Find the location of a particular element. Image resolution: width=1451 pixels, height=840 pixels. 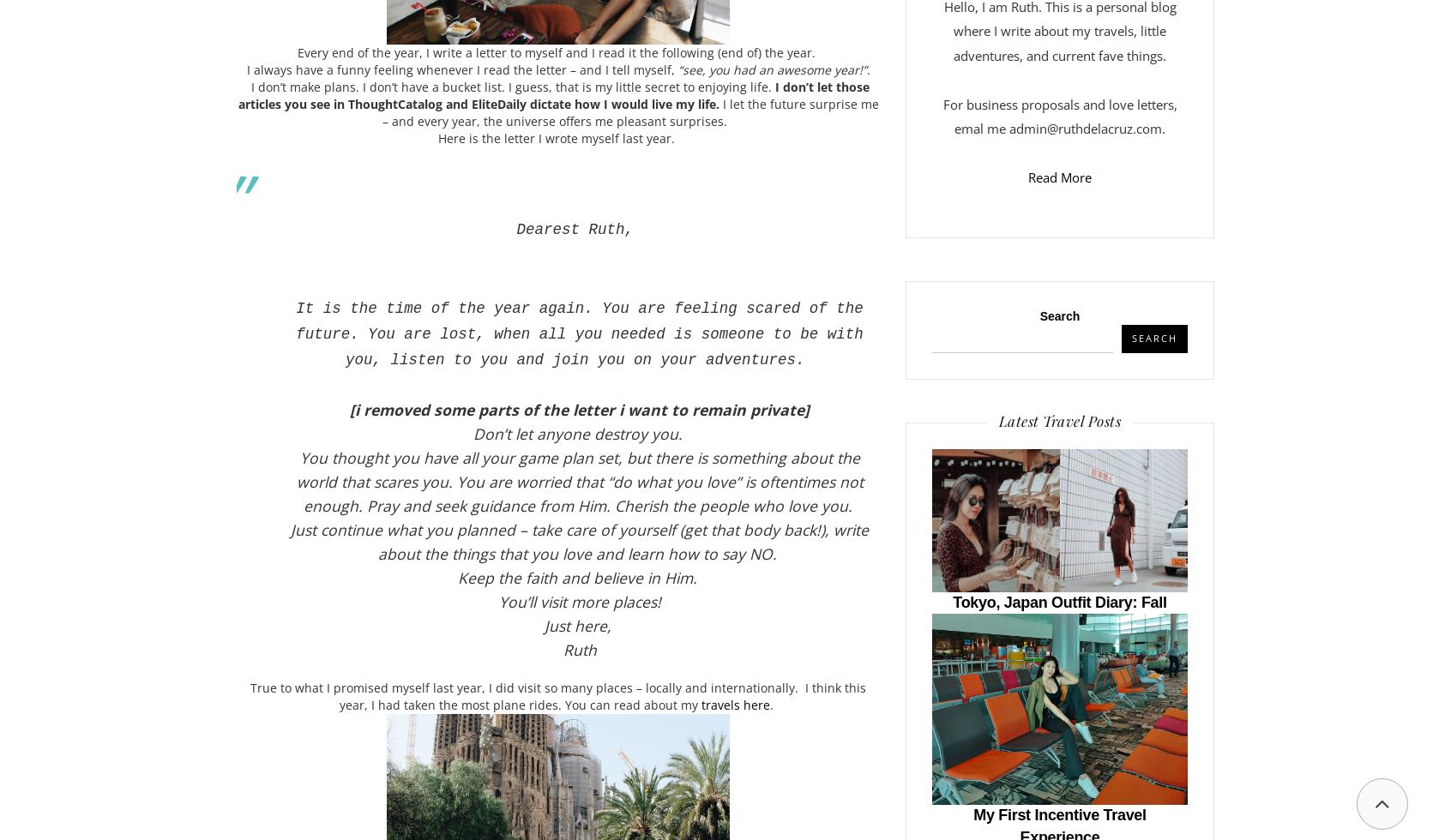

'Tokyo, Japan Outfit Diary: Fall' is located at coordinates (1059, 602).